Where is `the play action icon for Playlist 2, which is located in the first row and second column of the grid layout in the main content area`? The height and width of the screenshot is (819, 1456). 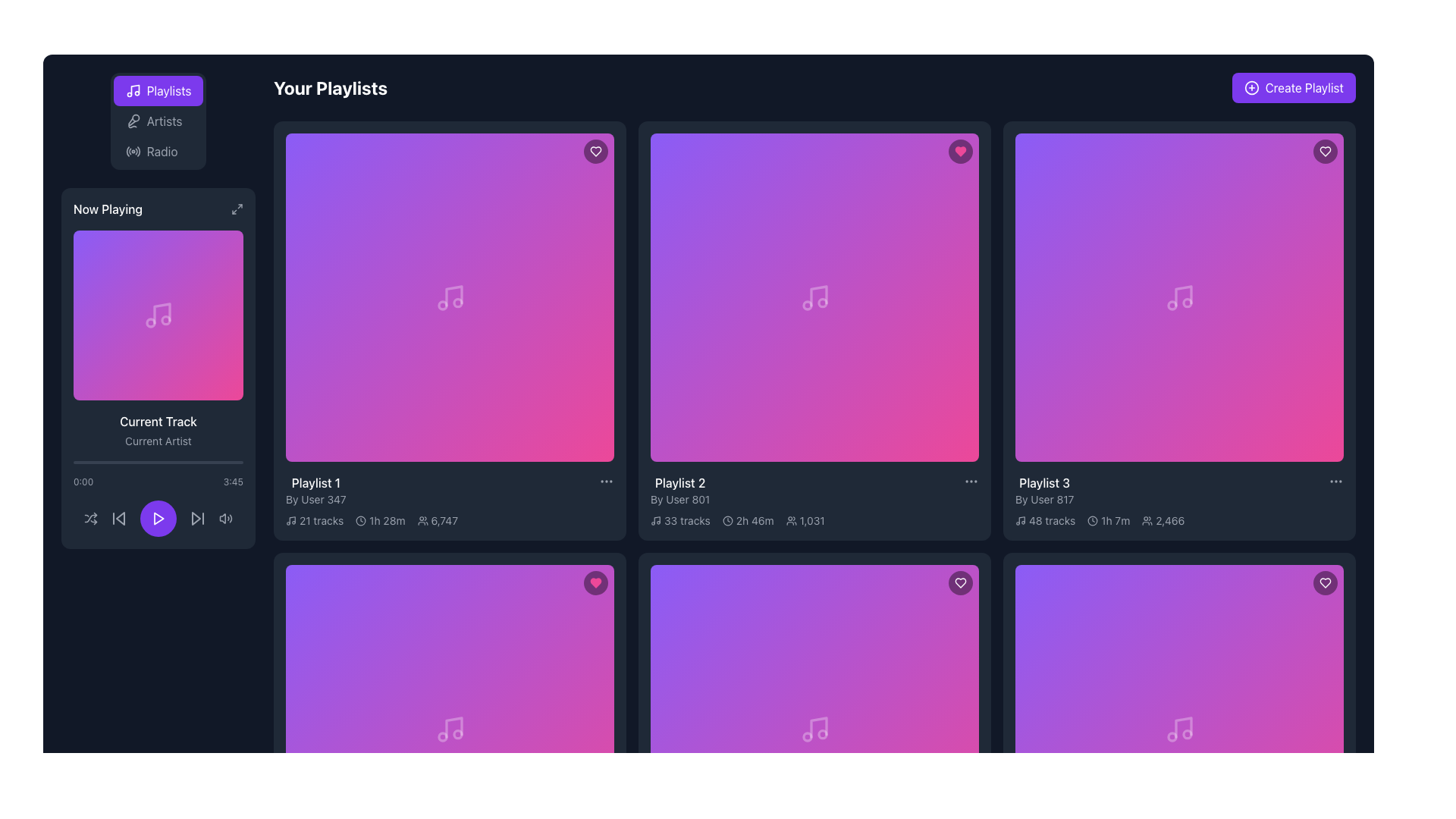 the play action icon for Playlist 2, which is located in the first row and second column of the grid layout in the main content area is located at coordinates (814, 297).